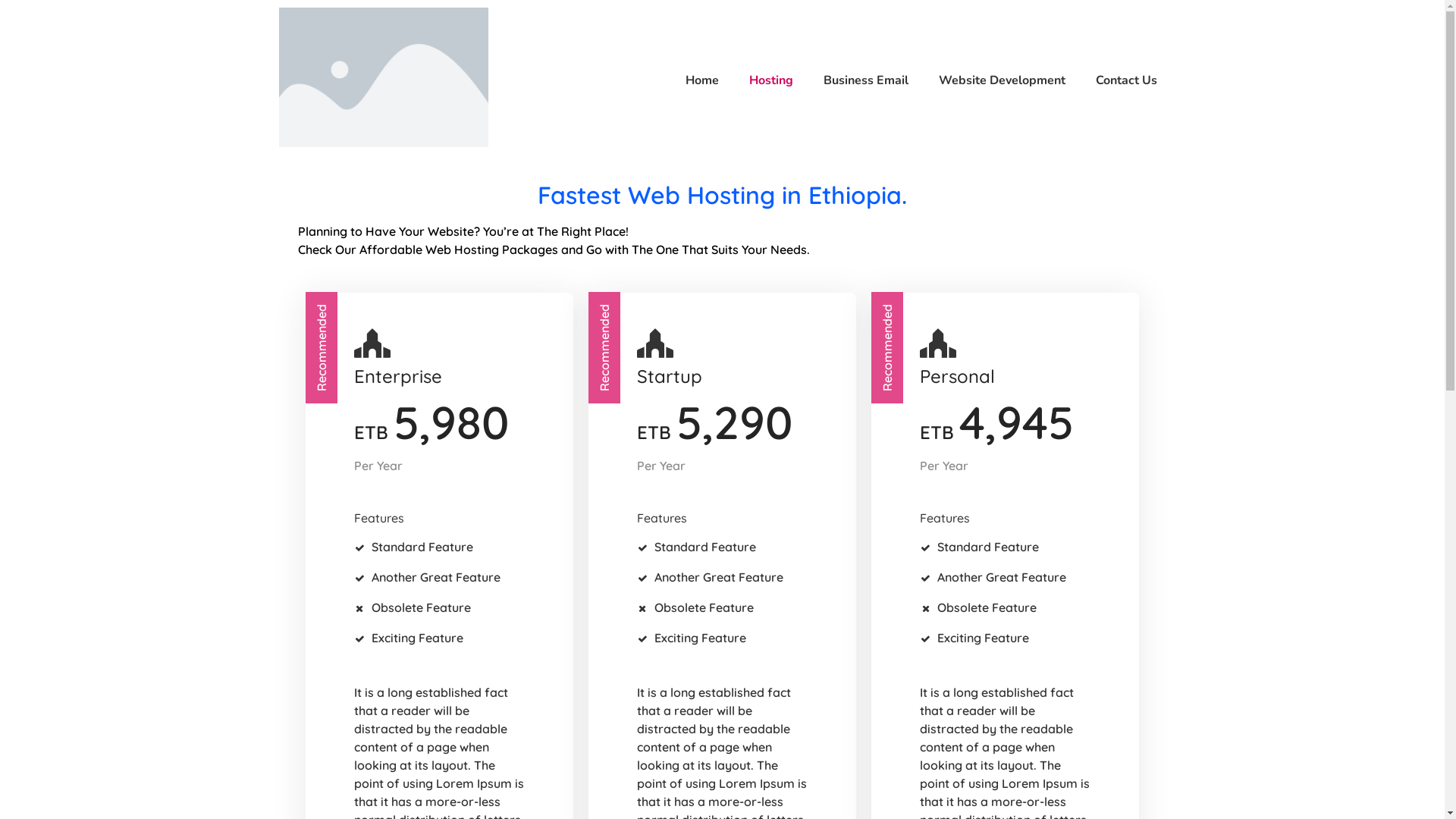 Image resolution: width=1456 pixels, height=819 pixels. What do you see at coordinates (994, 80) in the screenshot?
I see `'Website Development'` at bounding box center [994, 80].